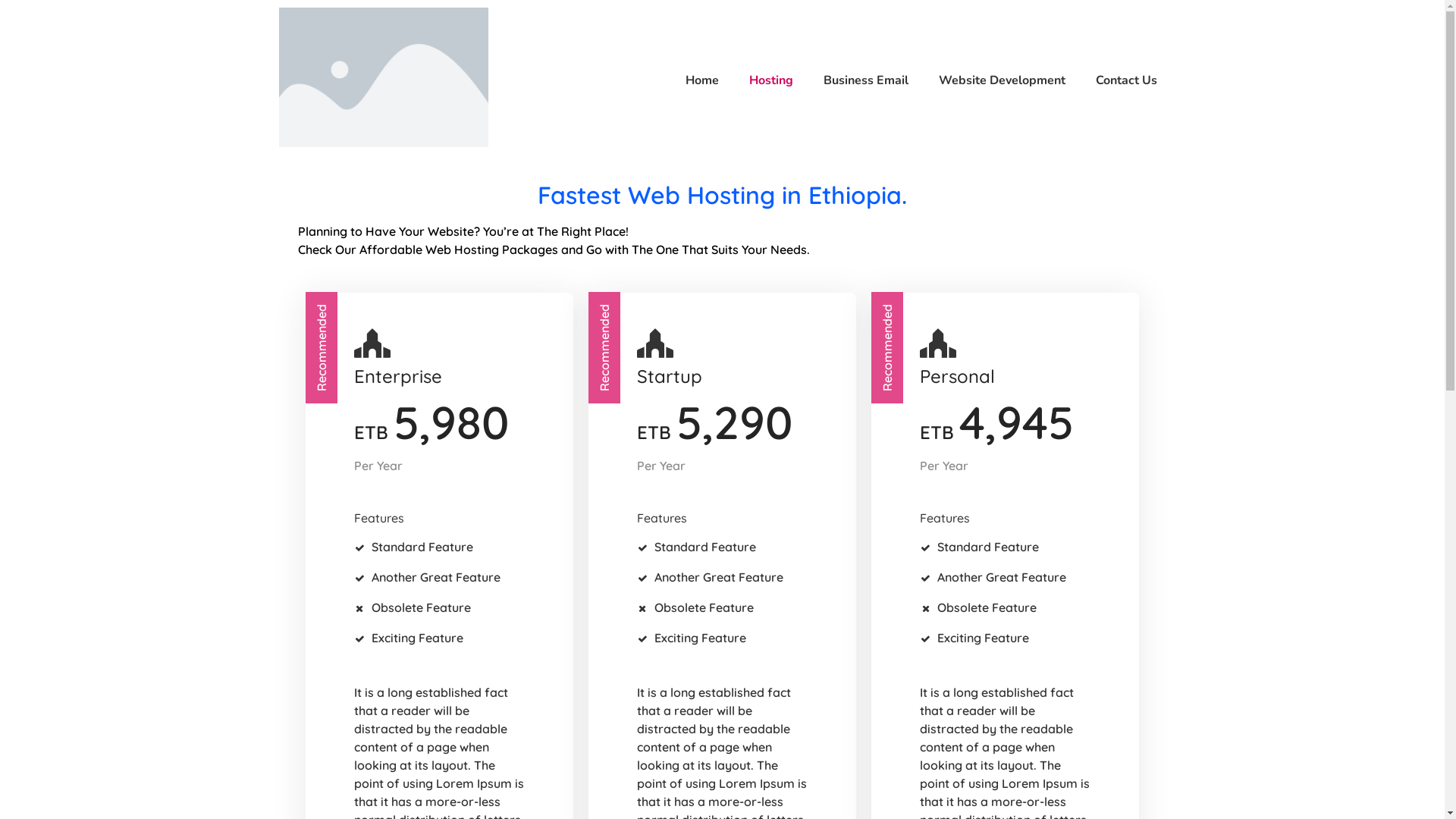 Image resolution: width=1456 pixels, height=819 pixels. What do you see at coordinates (994, 80) in the screenshot?
I see `'Website Development'` at bounding box center [994, 80].